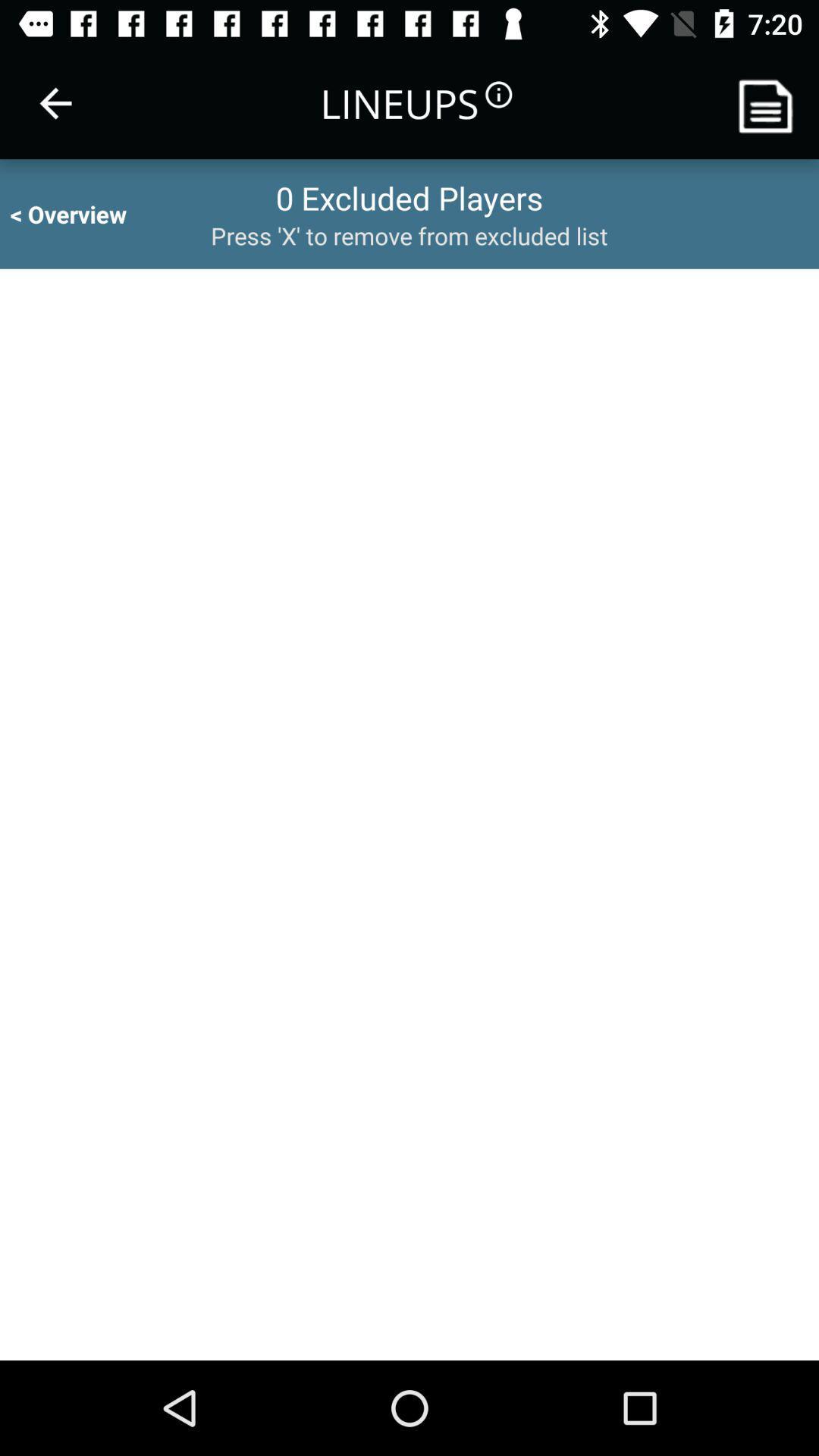 The width and height of the screenshot is (819, 1456). I want to click on item next to lineups, so click(55, 102).